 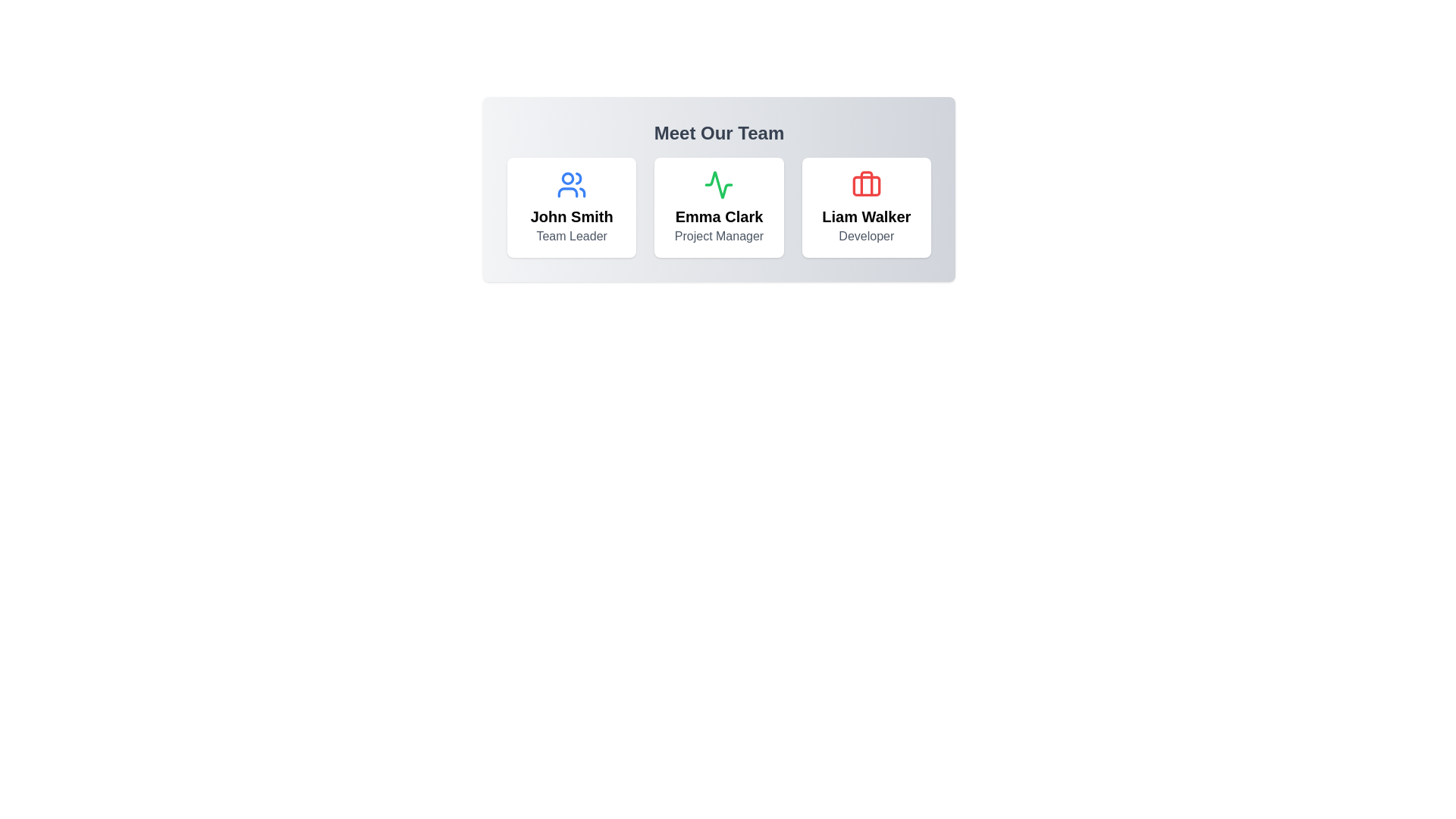 What do you see at coordinates (571, 184) in the screenshot?
I see `the blue icon representing a team or group, which is located at the top-center of the first card under the heading 'Meet Our Team'` at bounding box center [571, 184].